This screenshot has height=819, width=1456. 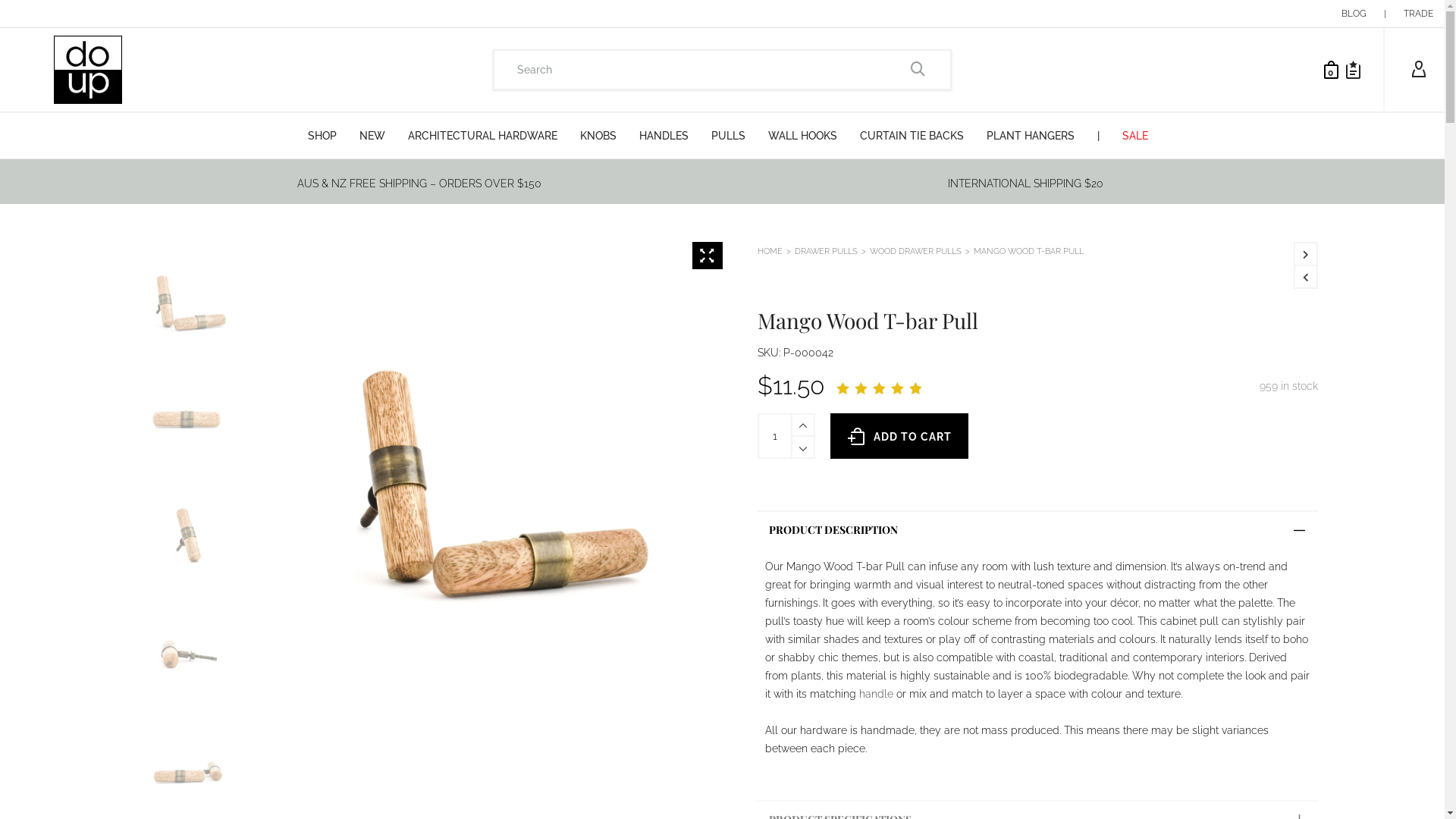 I want to click on 'Qty', so click(x=775, y=435).